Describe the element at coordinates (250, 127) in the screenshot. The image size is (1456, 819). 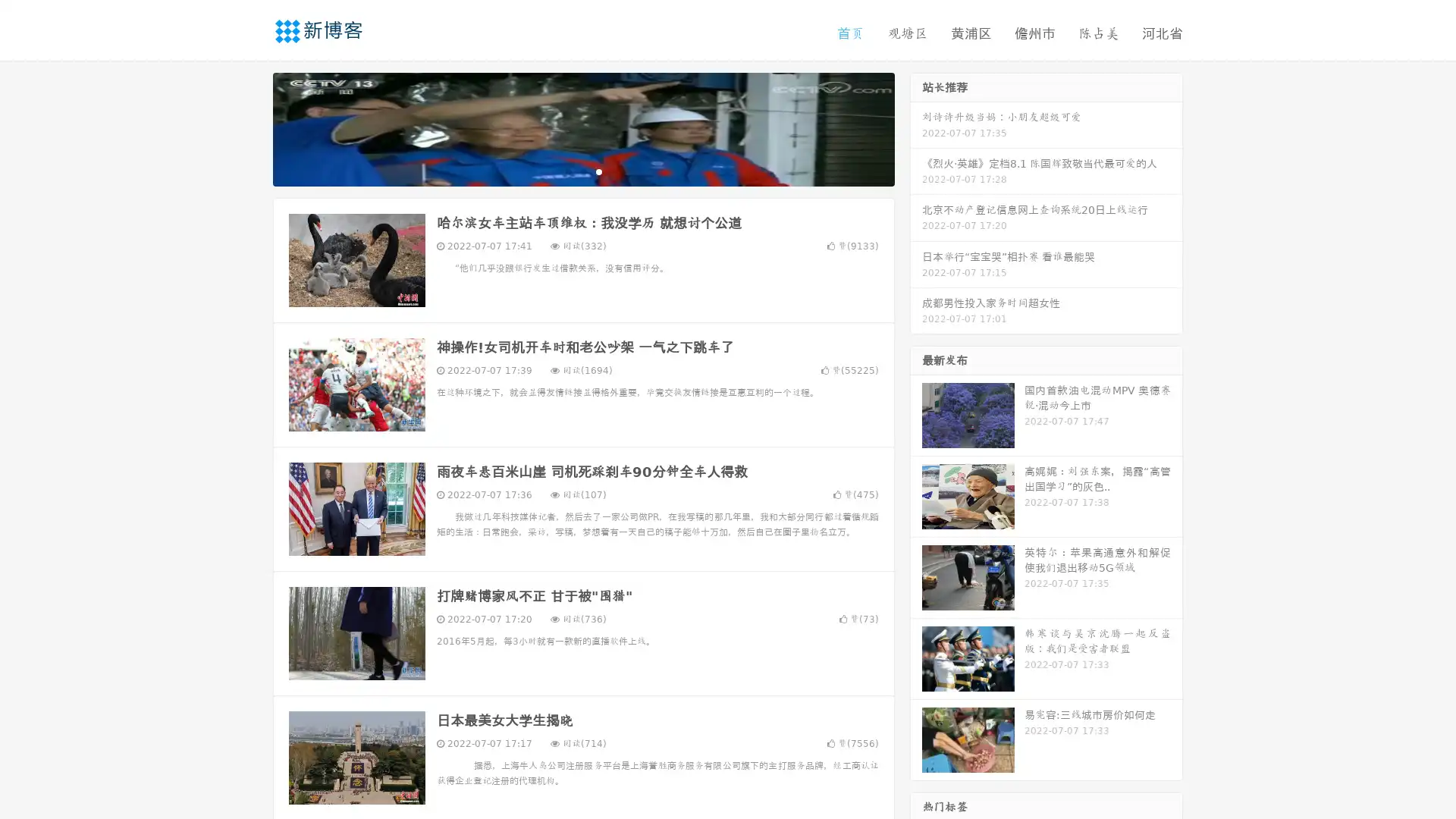
I see `Previous slide` at that location.